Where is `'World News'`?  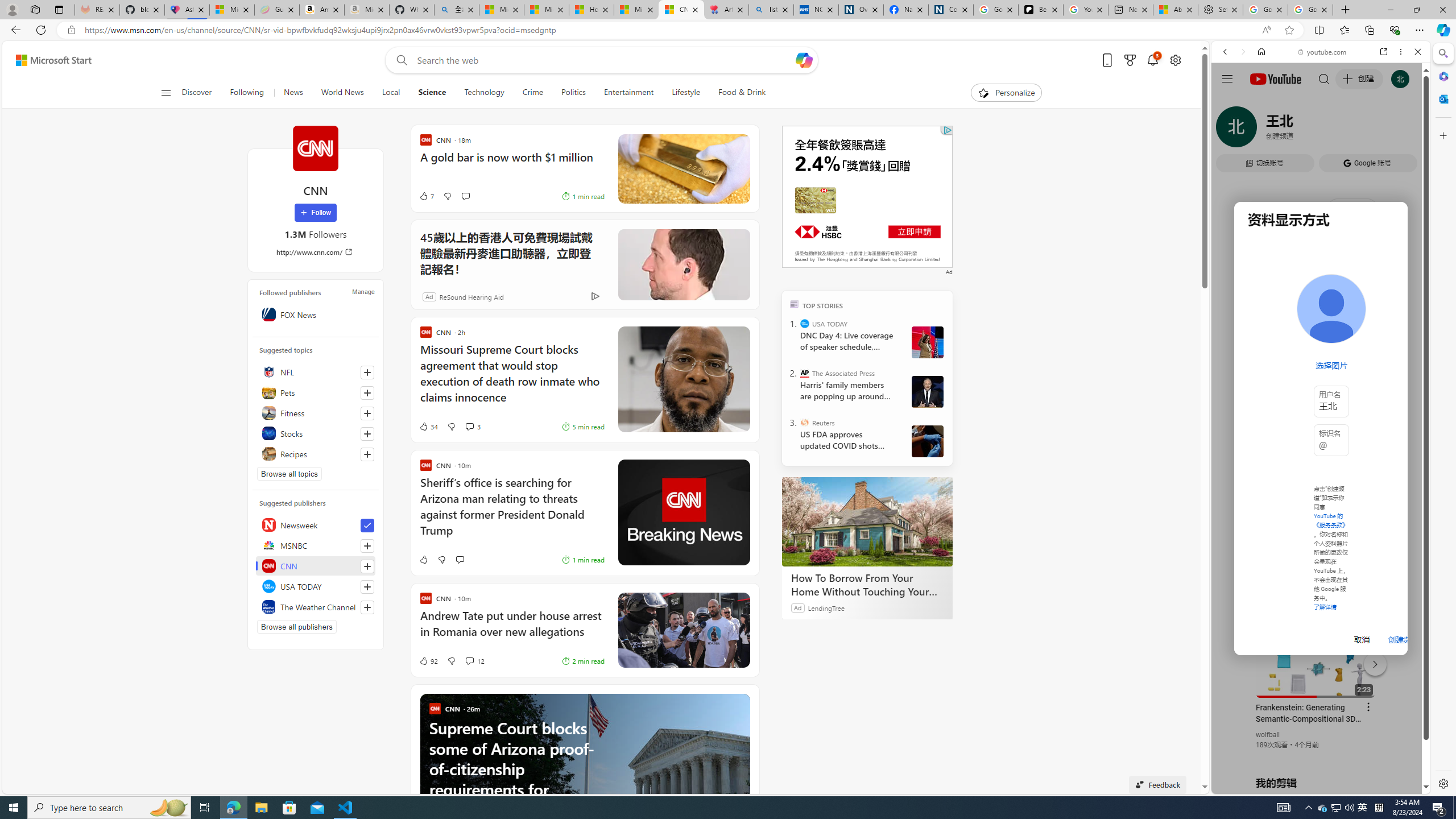 'World News' is located at coordinates (341, 92).